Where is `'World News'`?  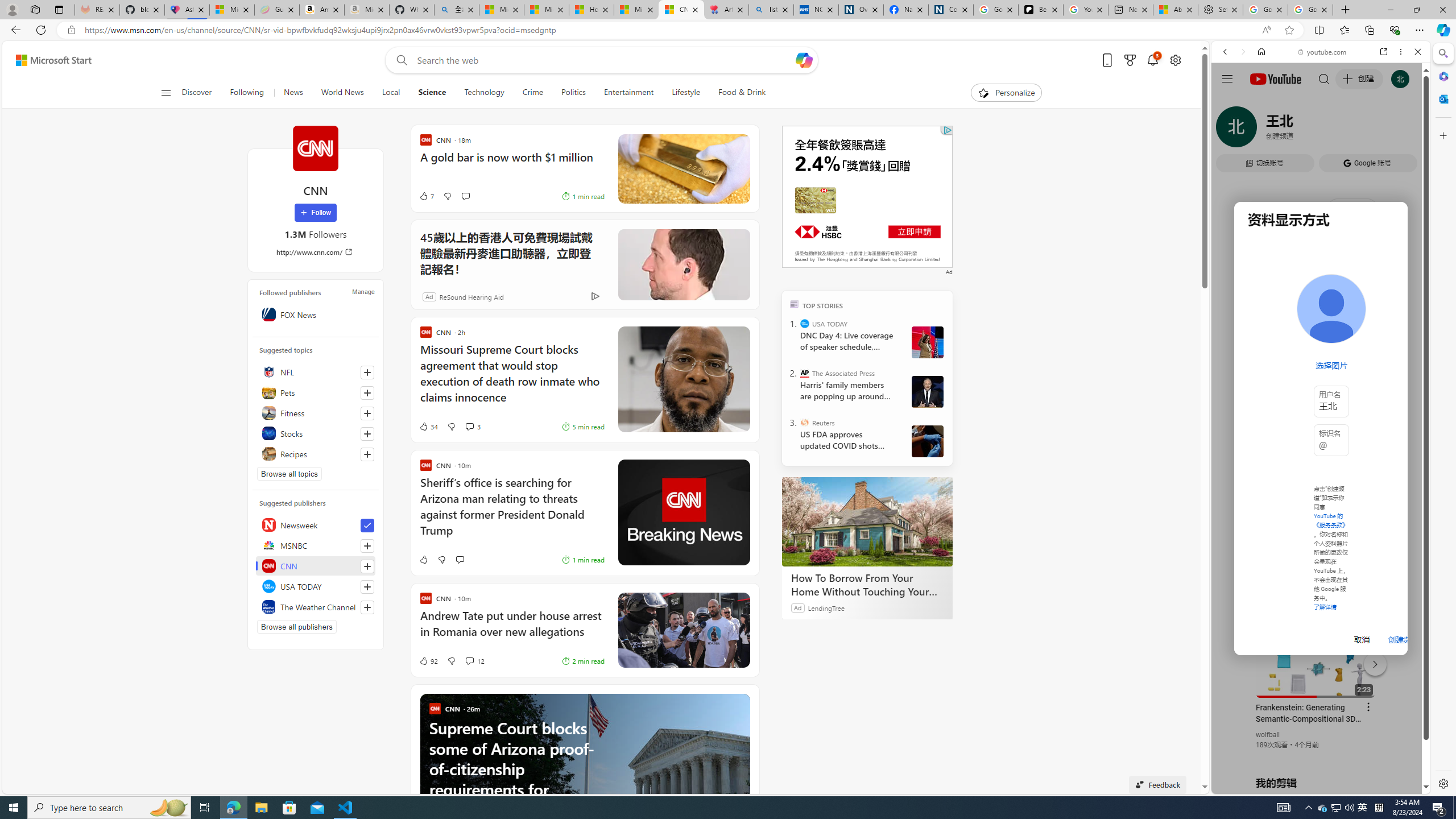 'World News' is located at coordinates (341, 92).